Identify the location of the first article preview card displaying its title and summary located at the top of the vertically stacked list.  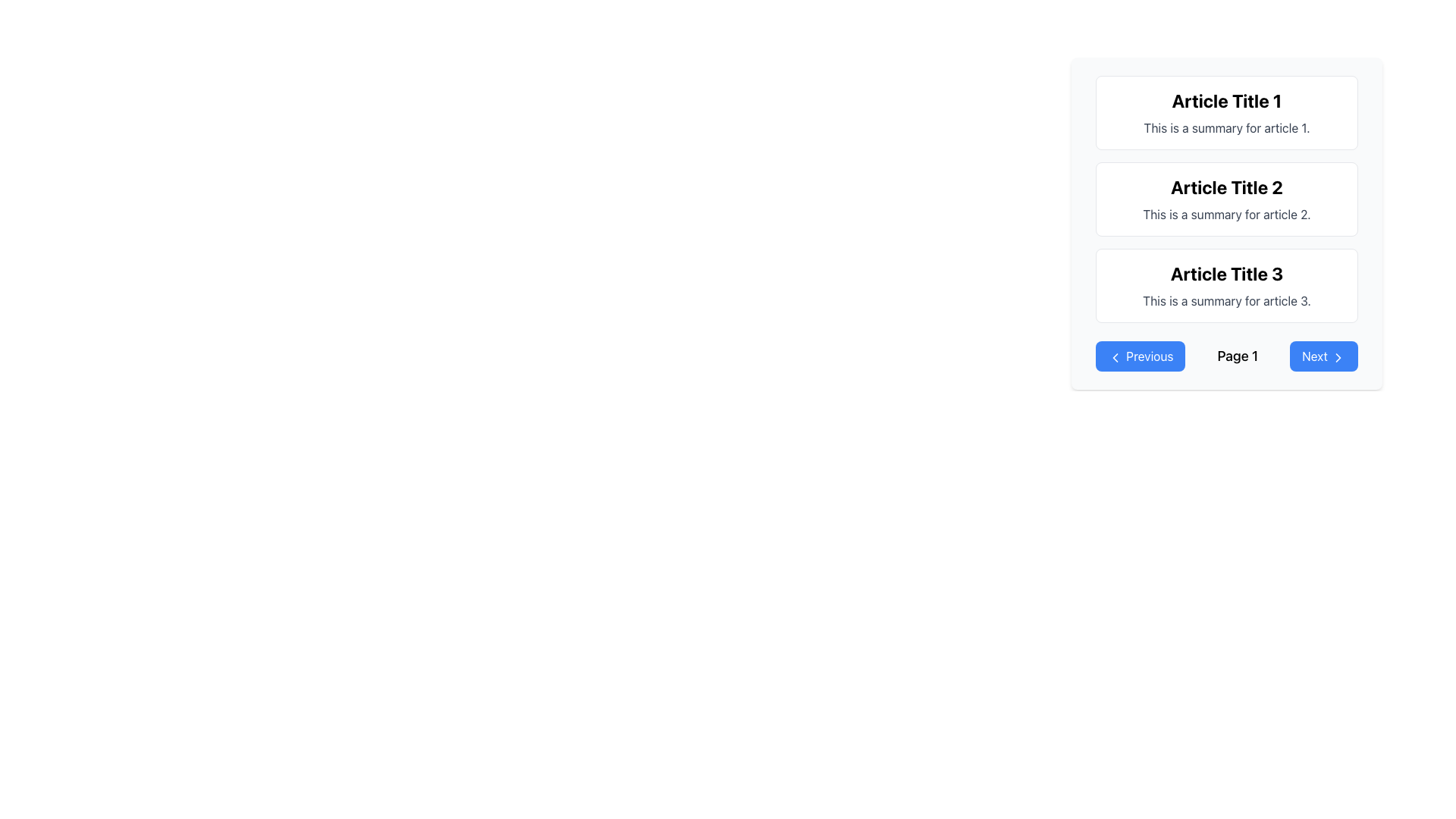
(1226, 112).